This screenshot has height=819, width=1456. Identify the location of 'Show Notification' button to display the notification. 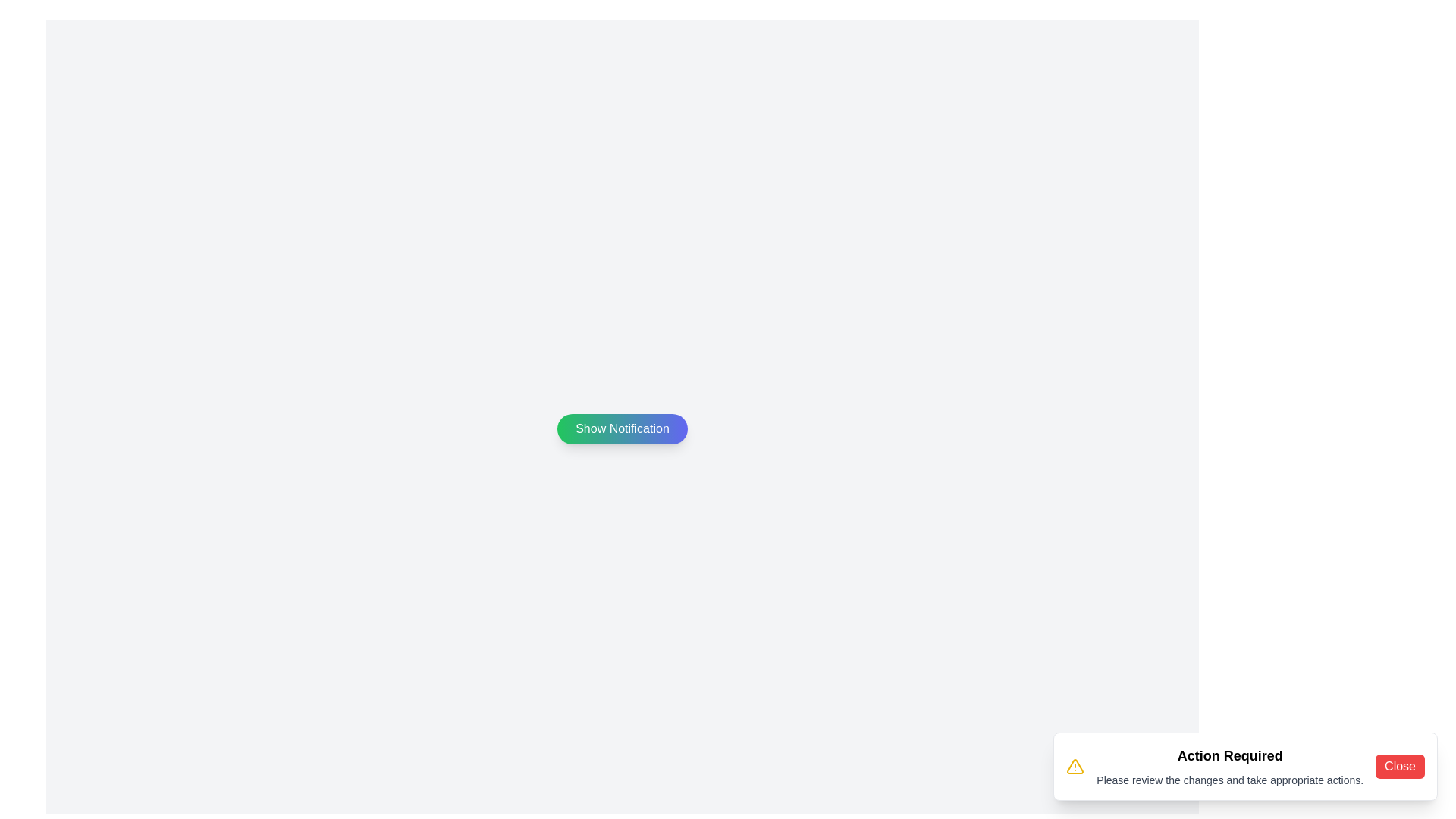
(622, 429).